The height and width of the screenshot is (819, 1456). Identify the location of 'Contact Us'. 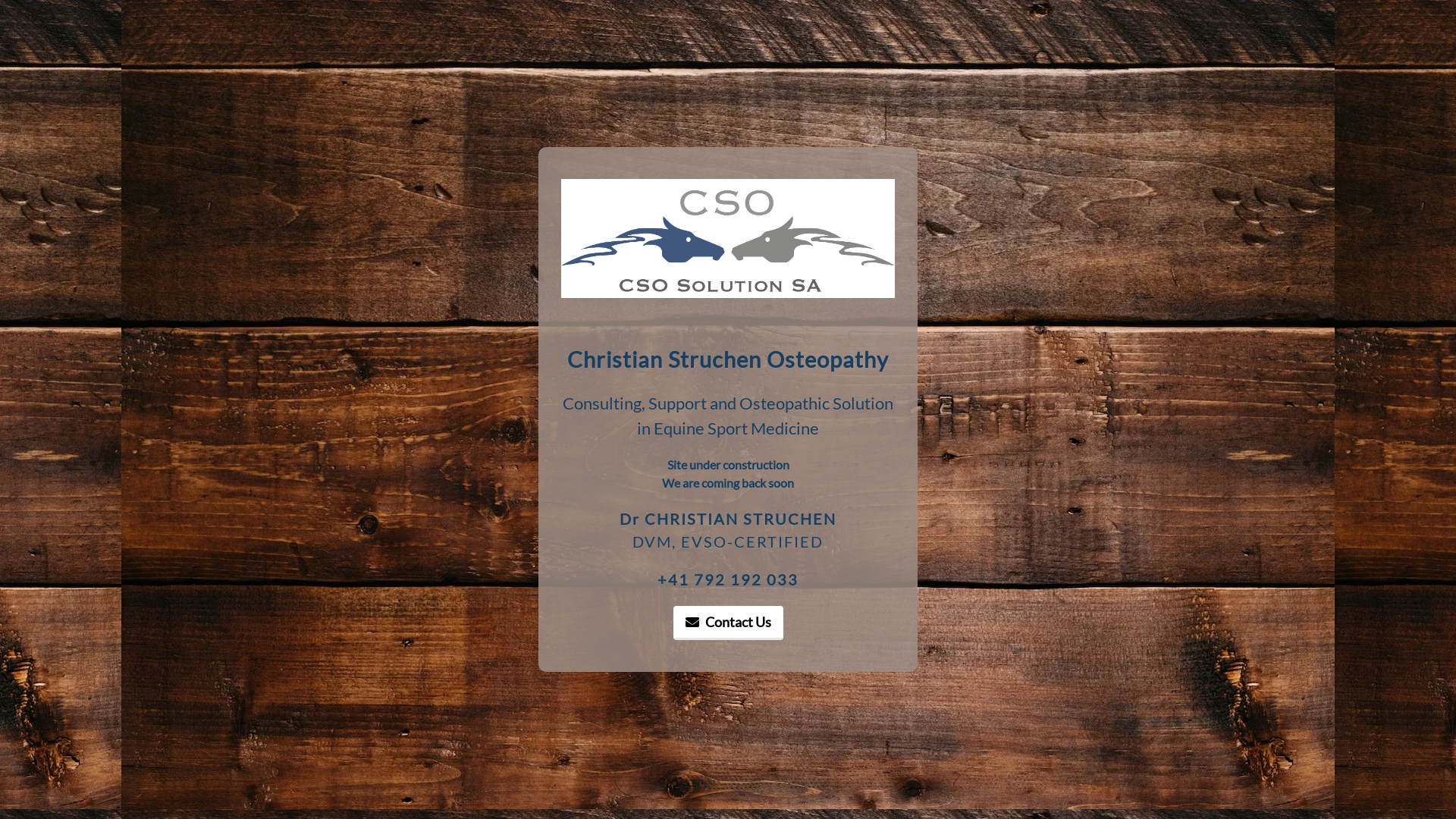
(728, 623).